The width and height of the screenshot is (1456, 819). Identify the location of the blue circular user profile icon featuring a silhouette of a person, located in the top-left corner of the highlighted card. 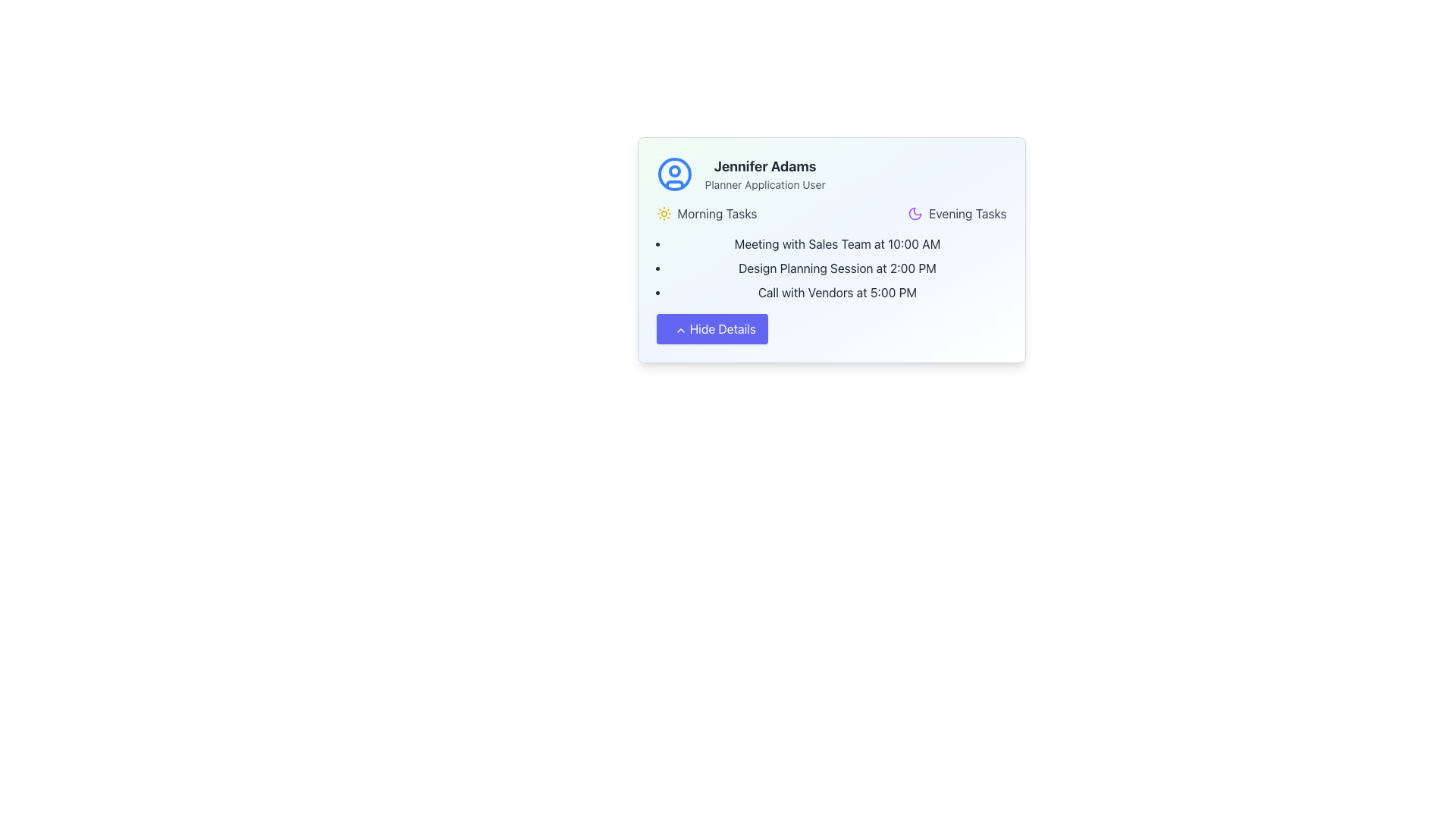
(673, 174).